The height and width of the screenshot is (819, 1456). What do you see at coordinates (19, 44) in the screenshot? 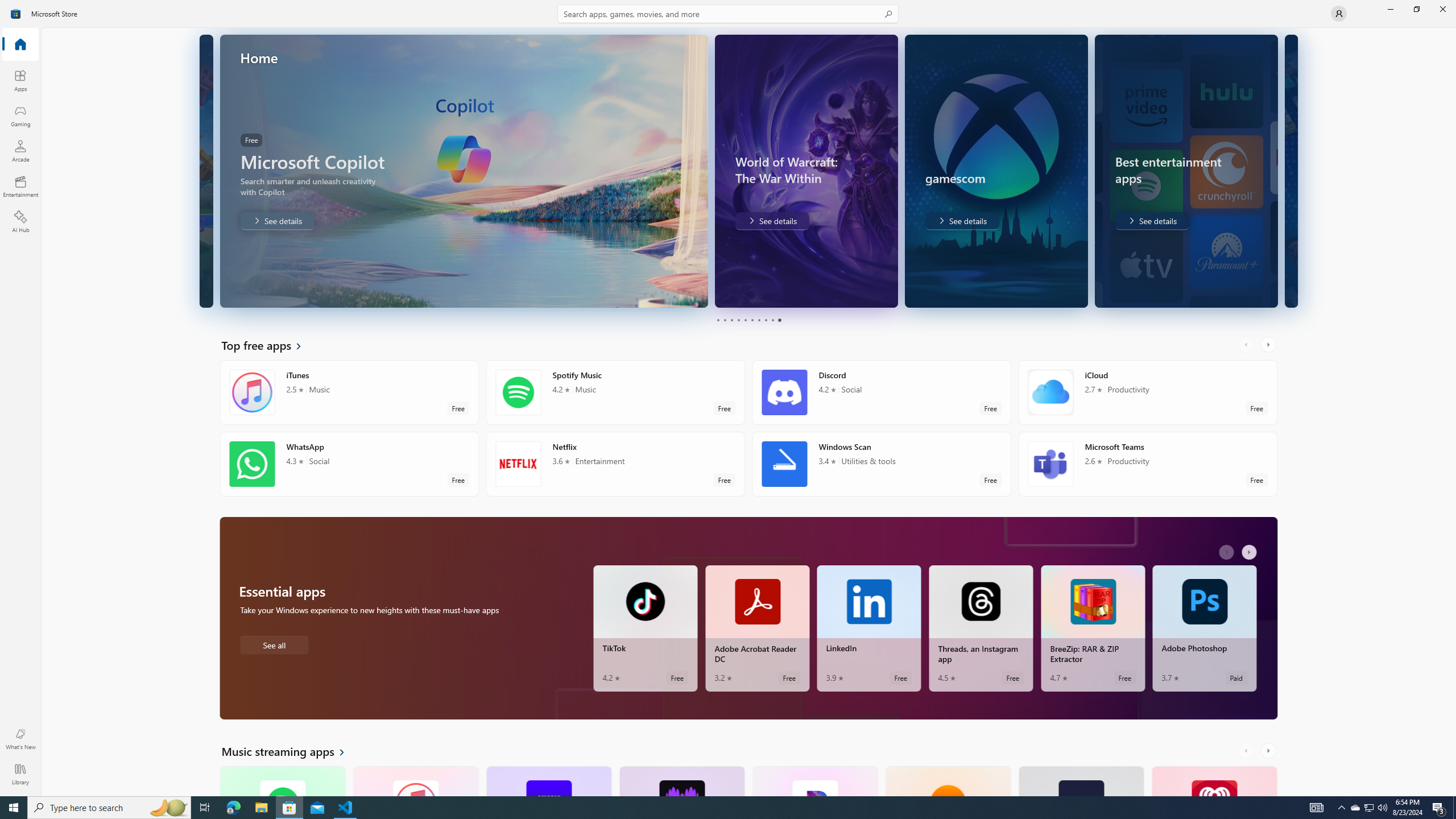
I see `'Home'` at bounding box center [19, 44].